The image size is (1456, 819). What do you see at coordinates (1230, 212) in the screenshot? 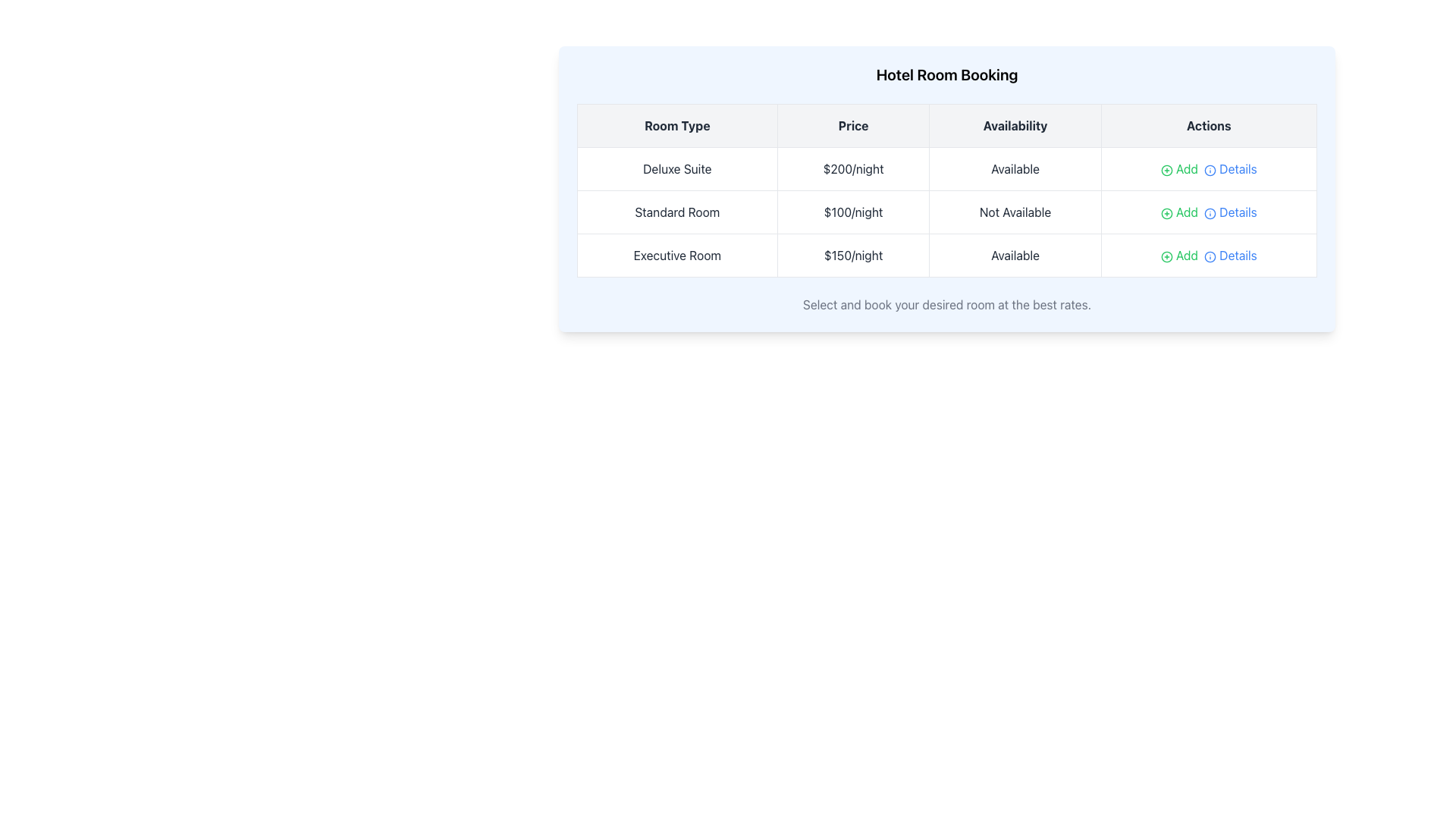
I see `the 'Details' text link with an accompanying icon in the 'Actions' column of the second row in the 'Hotel Room Booking' table` at bounding box center [1230, 212].